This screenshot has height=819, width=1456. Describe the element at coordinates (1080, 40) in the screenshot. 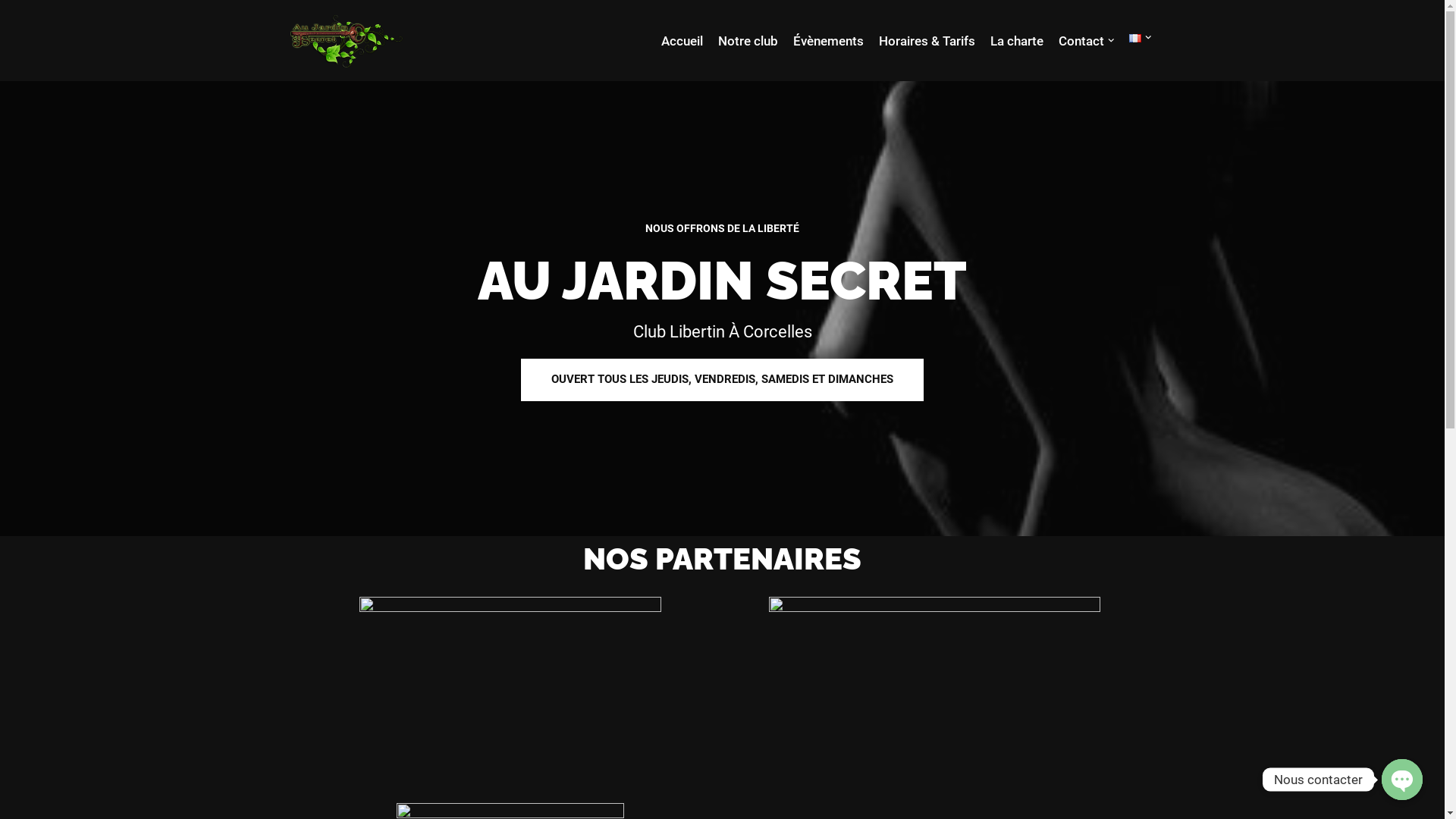

I see `'Contact'` at that location.